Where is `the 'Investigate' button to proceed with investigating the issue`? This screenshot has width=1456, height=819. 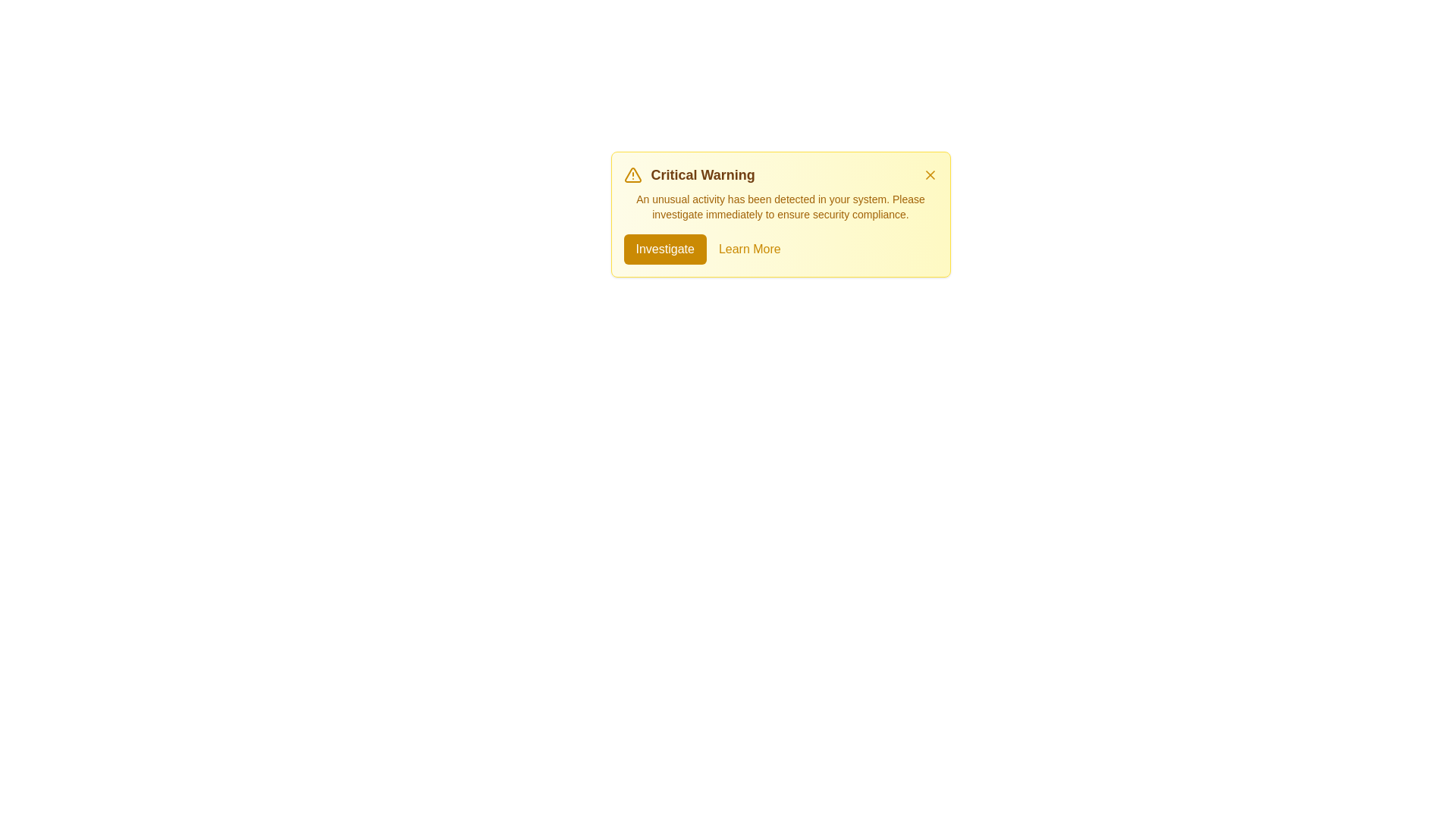
the 'Investigate' button to proceed with investigating the issue is located at coordinates (665, 248).